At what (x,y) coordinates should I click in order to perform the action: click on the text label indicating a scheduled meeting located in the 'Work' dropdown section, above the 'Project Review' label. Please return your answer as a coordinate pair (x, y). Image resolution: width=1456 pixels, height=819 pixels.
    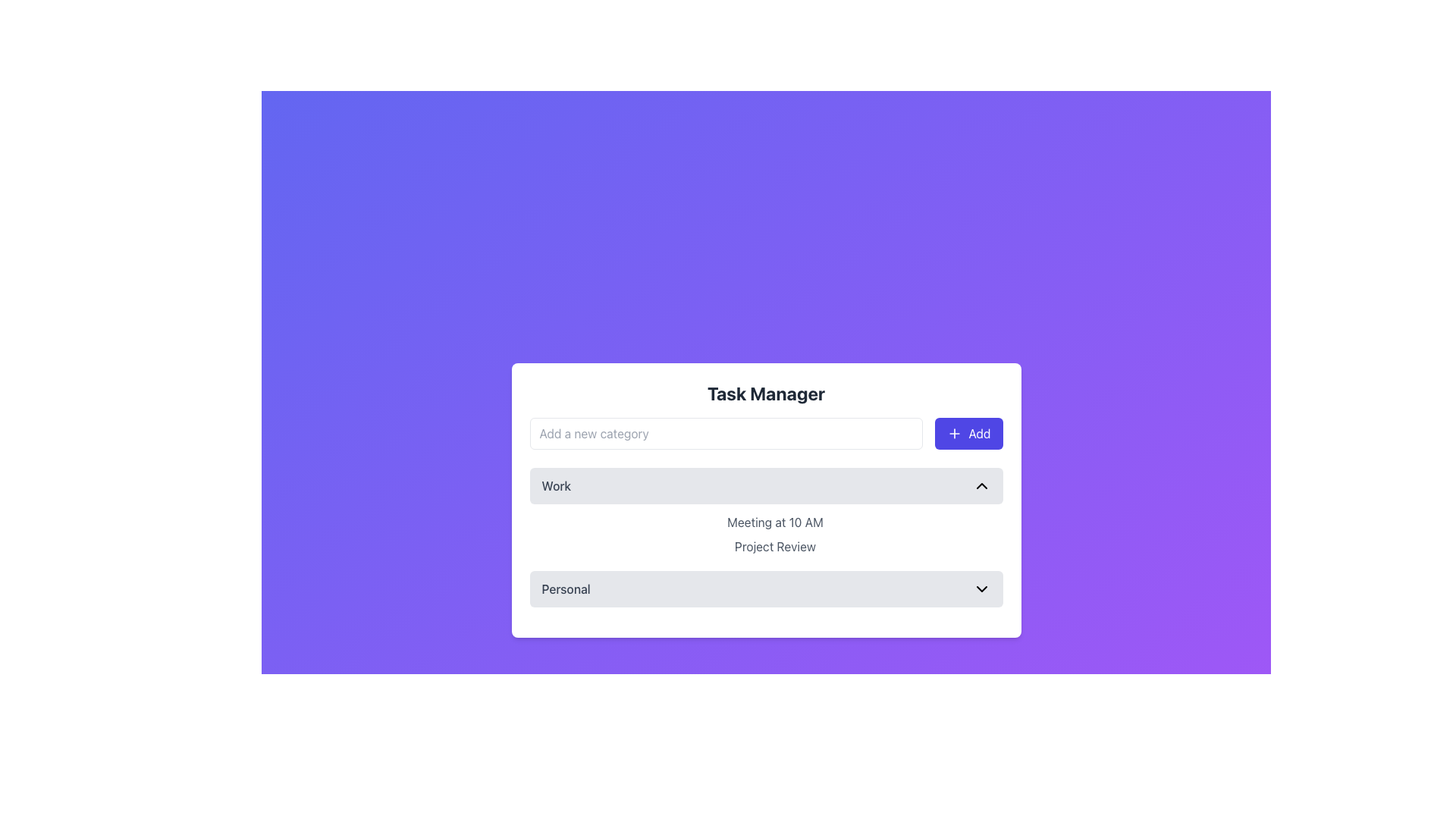
    Looking at the image, I should click on (775, 522).